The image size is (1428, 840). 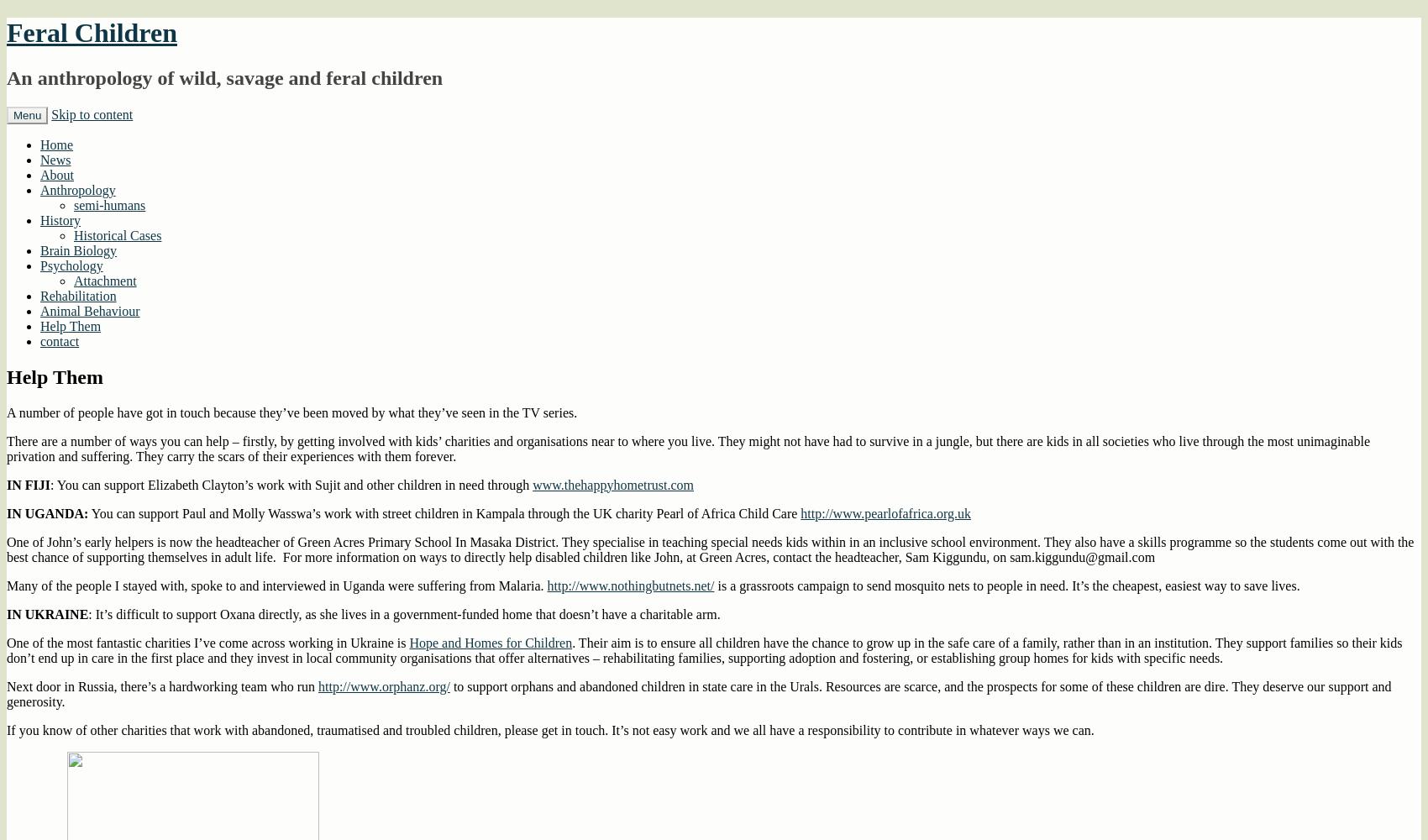 I want to click on 'Hope and Homes for Children', so click(x=489, y=642).